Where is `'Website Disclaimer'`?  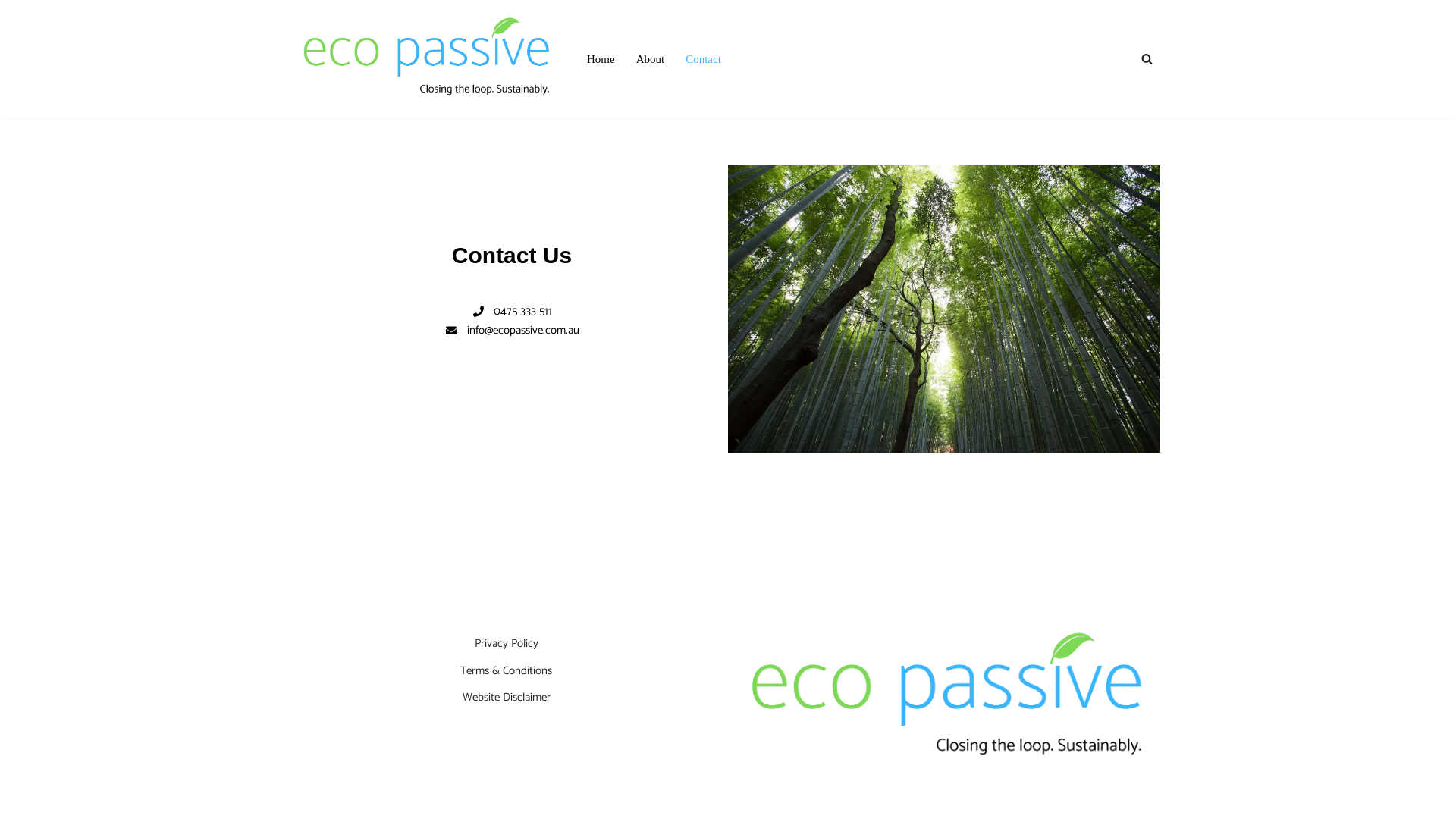 'Website Disclaimer' is located at coordinates (506, 697).